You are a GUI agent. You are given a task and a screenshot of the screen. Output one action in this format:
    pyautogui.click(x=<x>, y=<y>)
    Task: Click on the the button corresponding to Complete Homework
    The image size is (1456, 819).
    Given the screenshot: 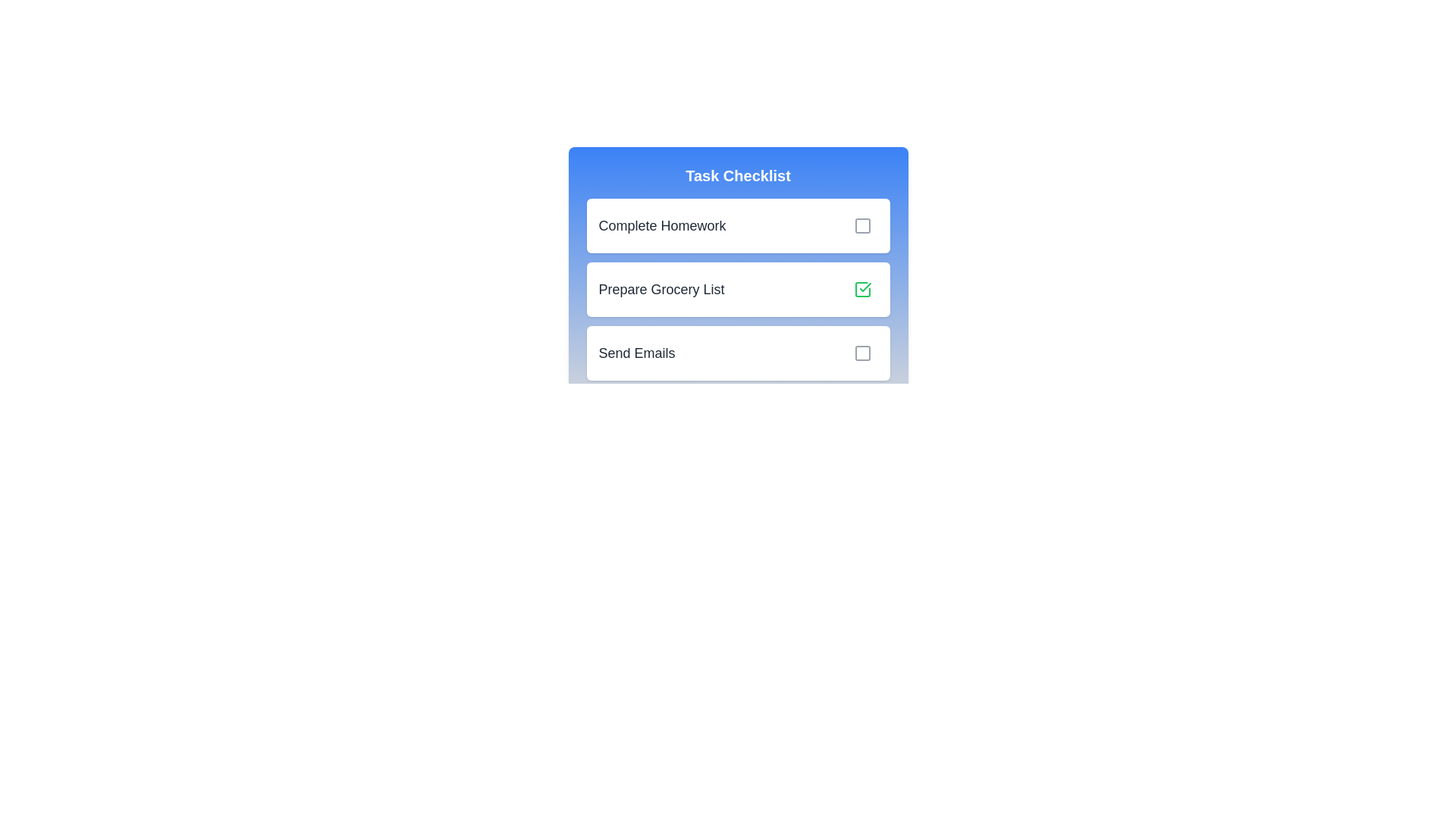 What is the action you would take?
    pyautogui.click(x=862, y=225)
    